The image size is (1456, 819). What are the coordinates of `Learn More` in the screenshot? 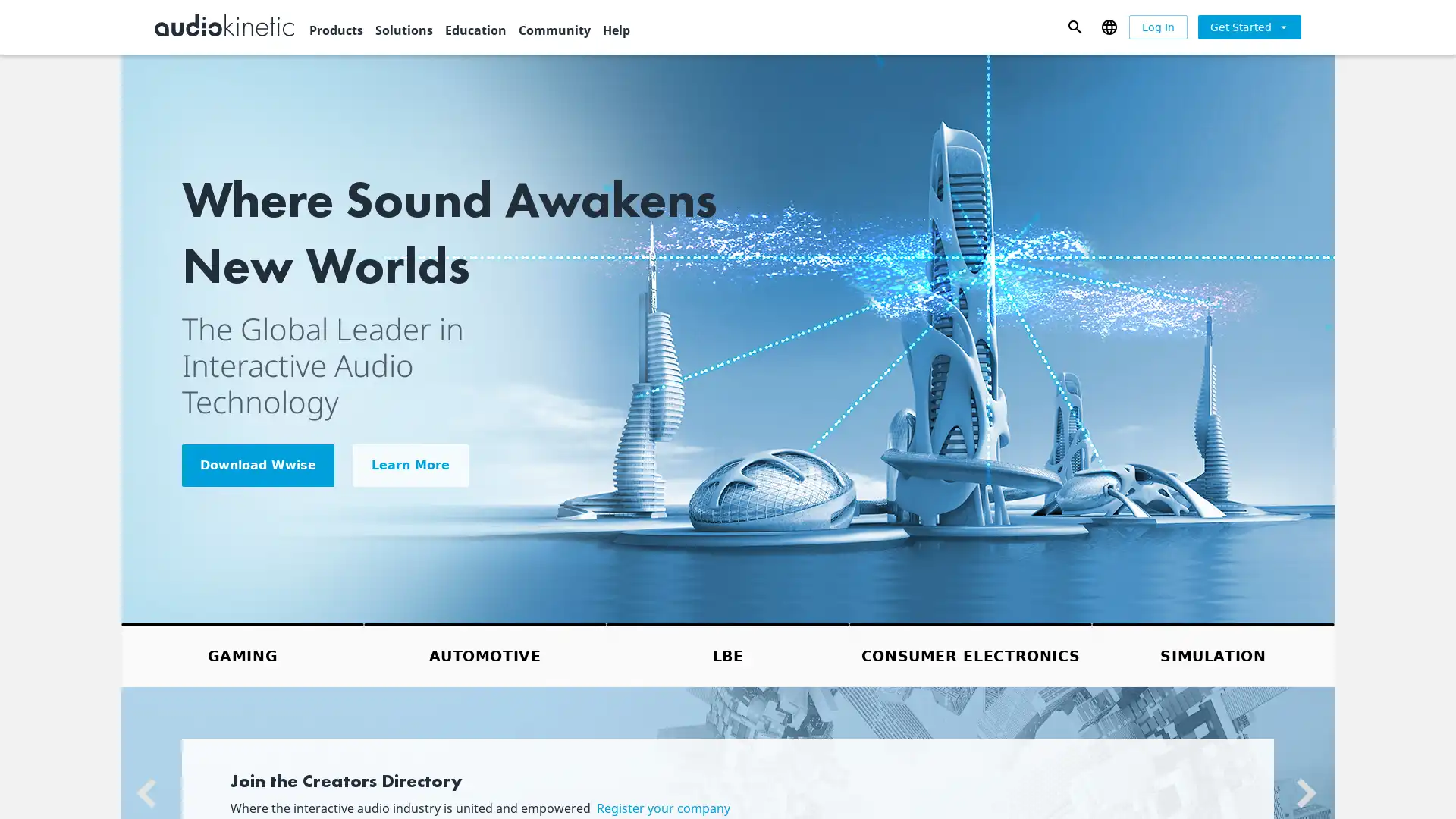 It's located at (410, 464).